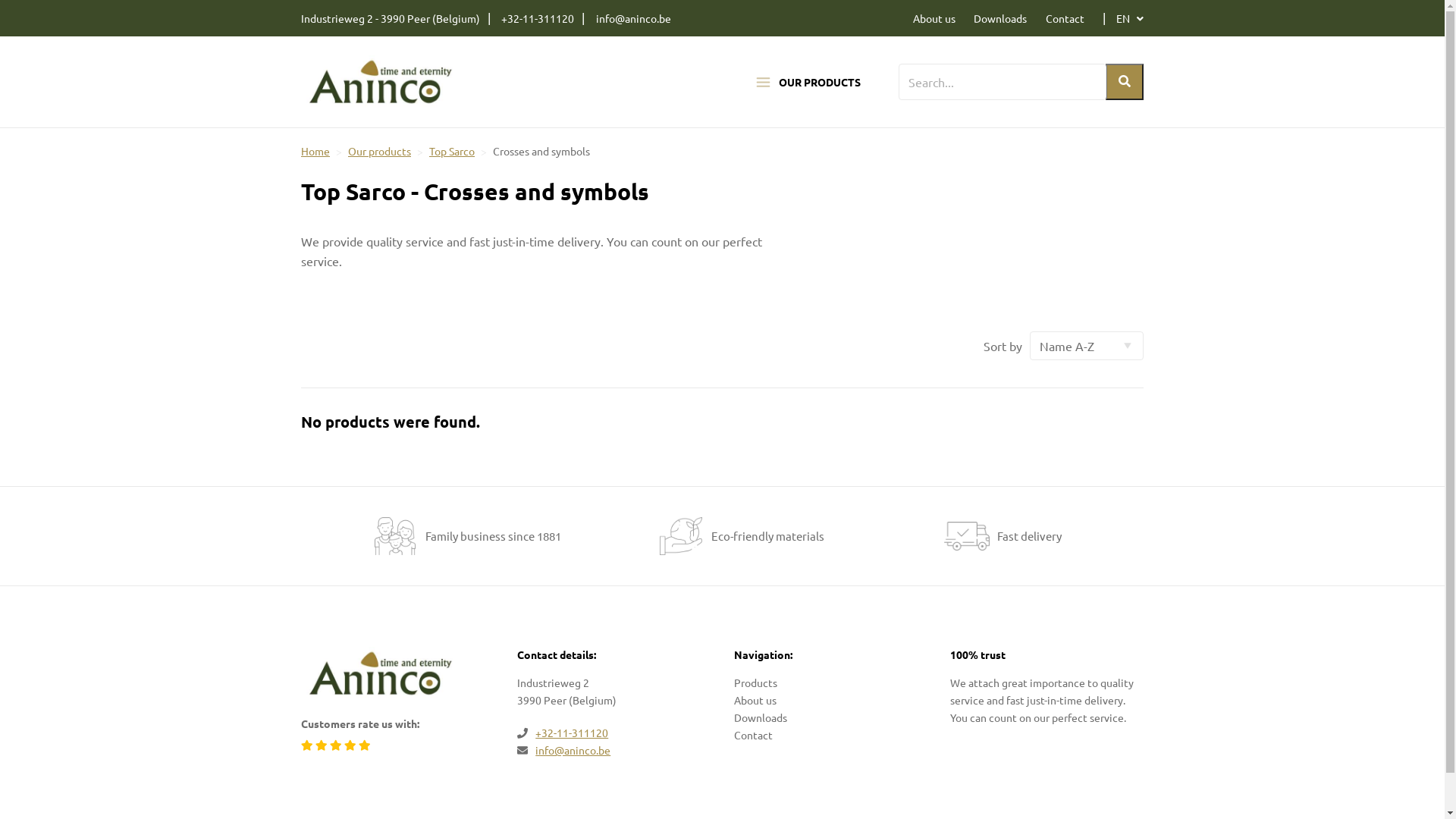 The height and width of the screenshot is (819, 1456). Describe the element at coordinates (1129, 18) in the screenshot. I see `'EN'` at that location.